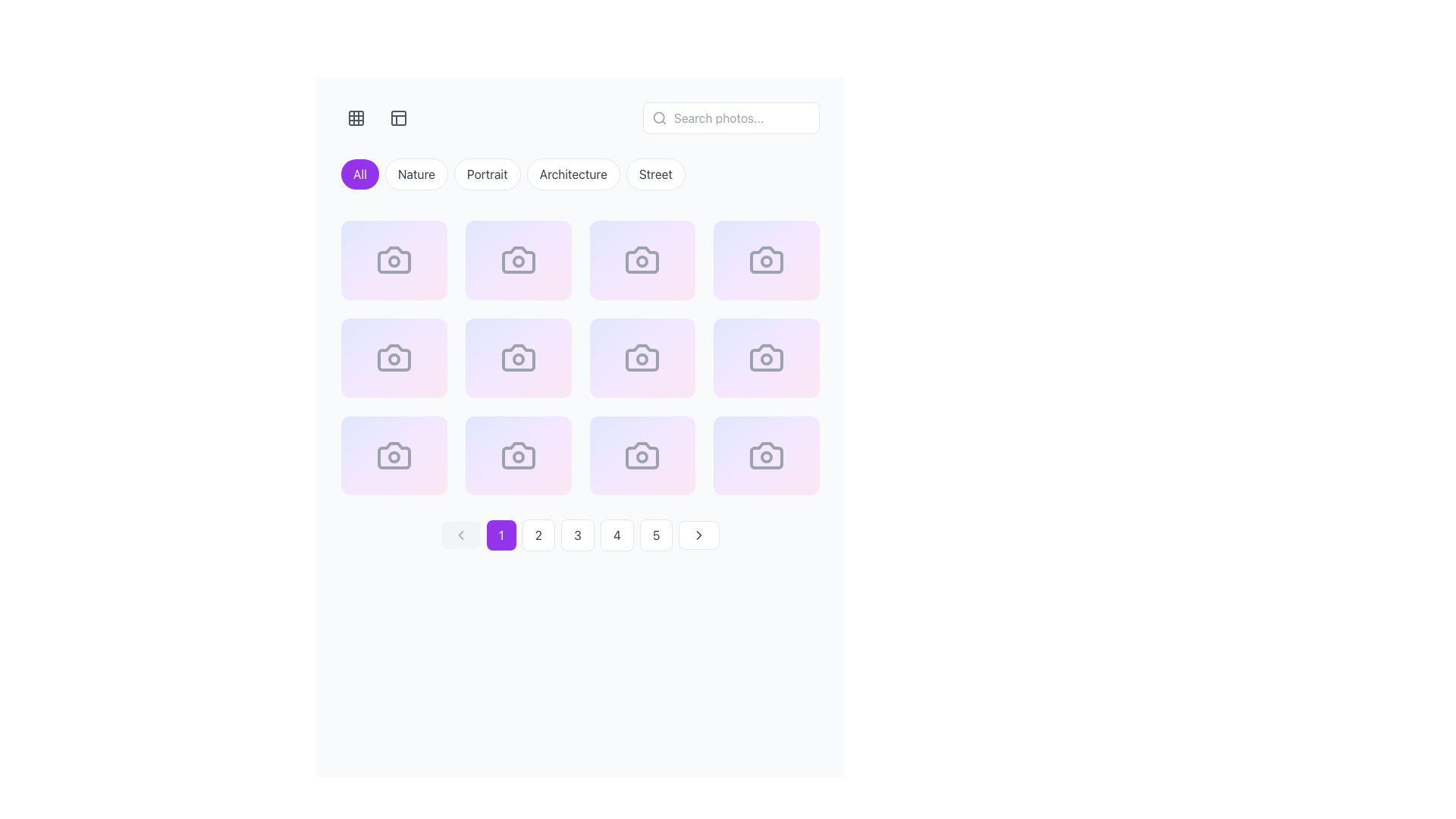 Image resolution: width=1456 pixels, height=819 pixels. What do you see at coordinates (655, 174) in the screenshot?
I see `the fifth button in the top center row` at bounding box center [655, 174].